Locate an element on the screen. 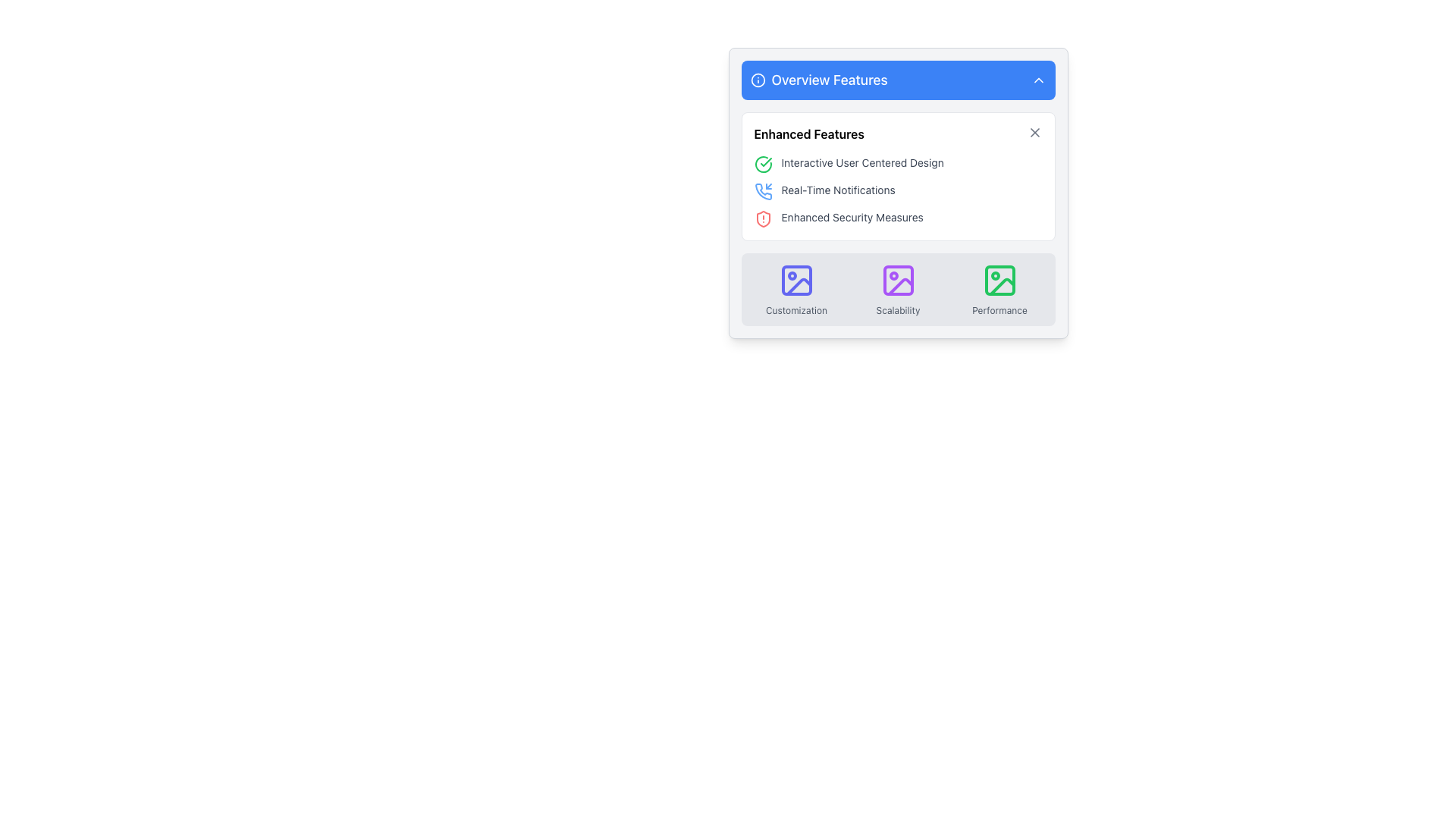 This screenshot has height=819, width=1456. the enhanced security icon, which serves as a visual indicator highlighting the importance of enhanced security measures is located at coordinates (763, 219).